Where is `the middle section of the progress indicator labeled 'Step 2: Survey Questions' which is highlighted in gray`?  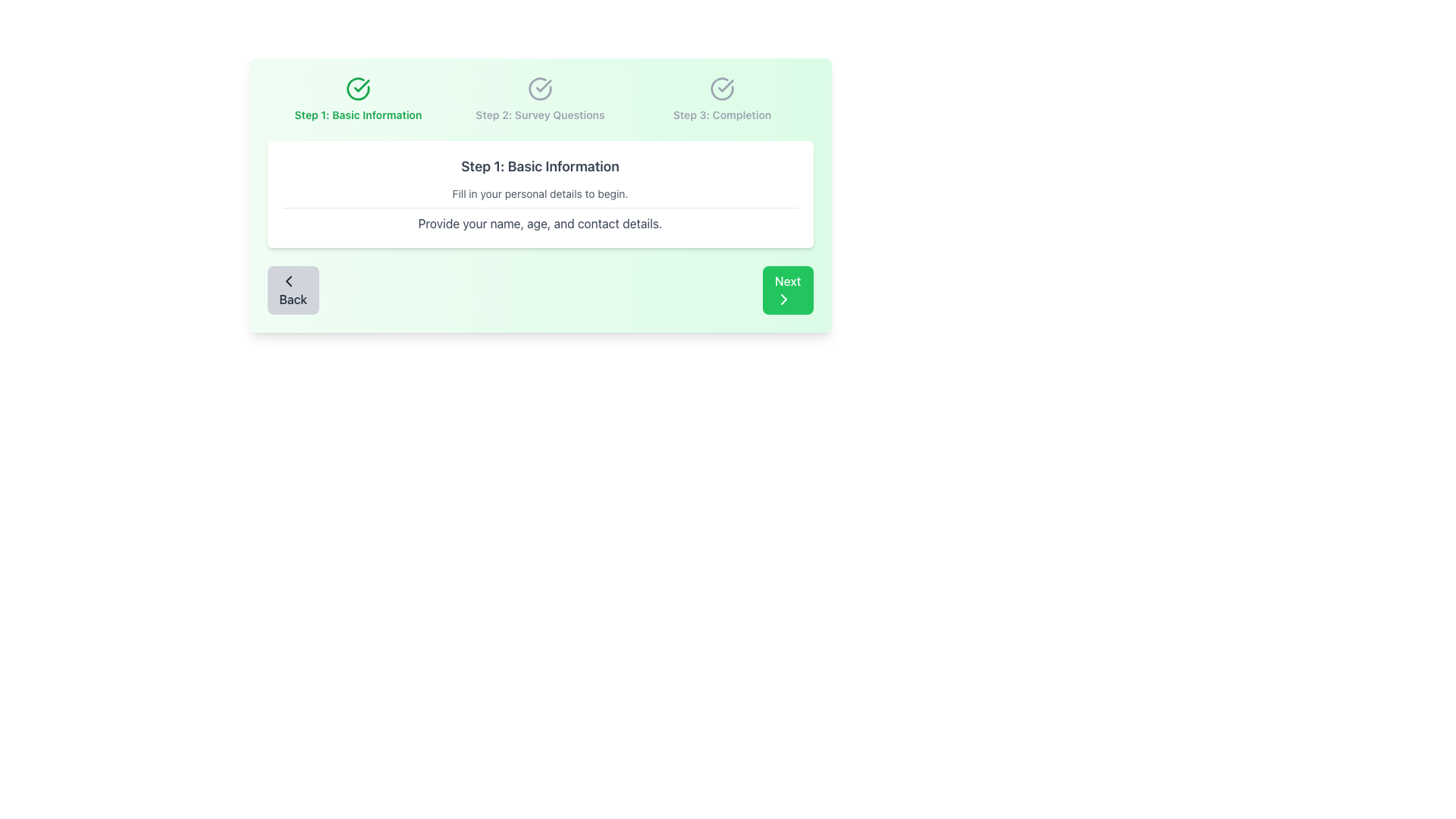 the middle section of the progress indicator labeled 'Step 2: Survey Questions' which is highlighted in gray is located at coordinates (540, 99).